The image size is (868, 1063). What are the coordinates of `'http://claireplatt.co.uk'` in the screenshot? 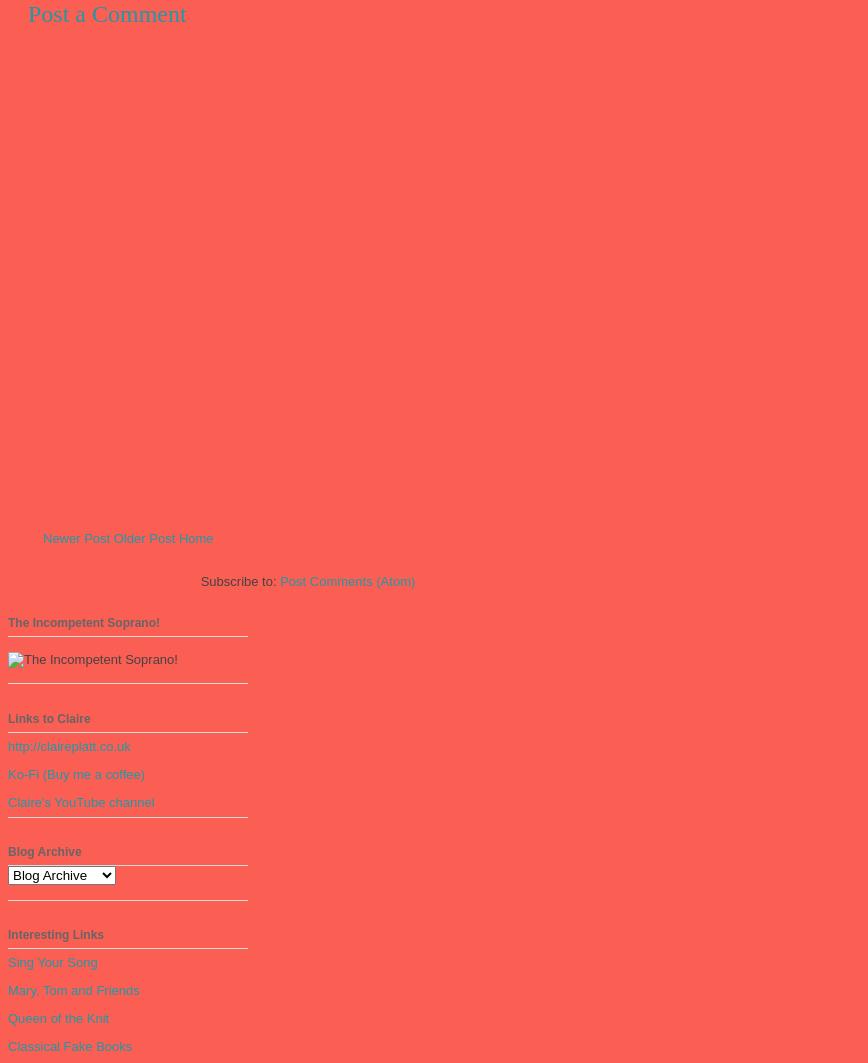 It's located at (69, 745).